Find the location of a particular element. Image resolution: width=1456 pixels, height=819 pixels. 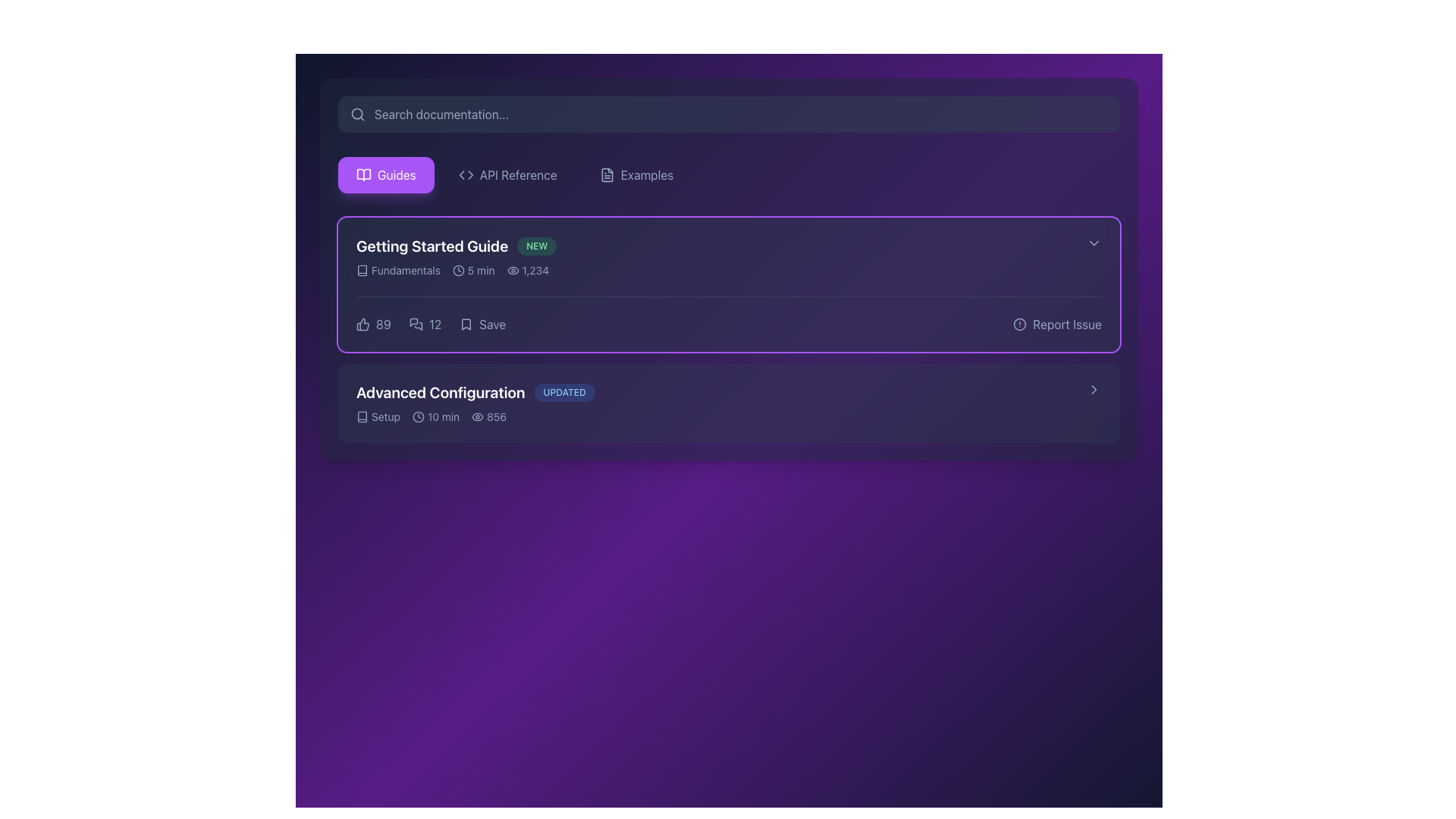

the clock icon located to the left of the '5 min' text in the 'Getting Started Guide' section is located at coordinates (457, 270).